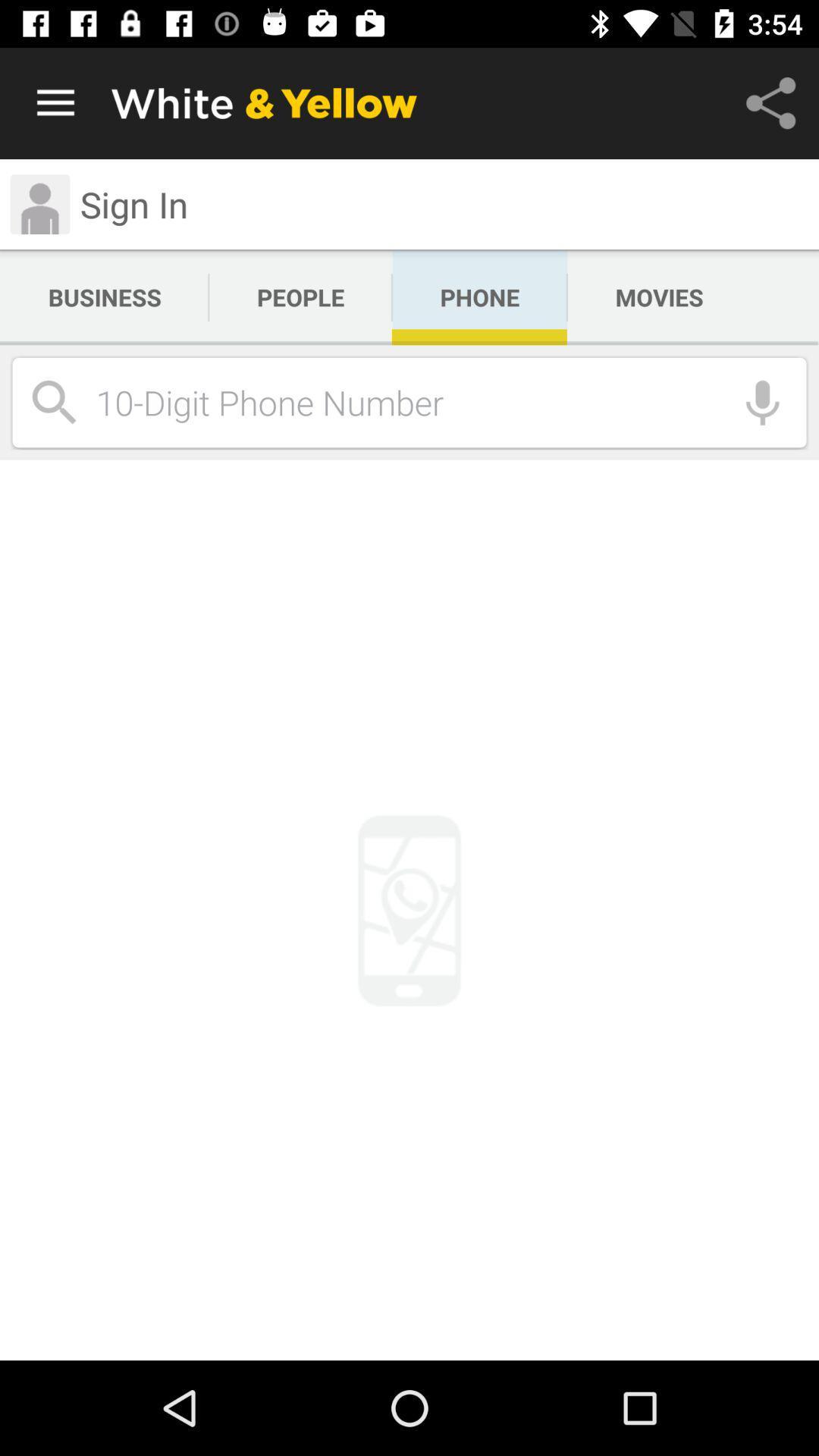 The image size is (819, 1456). Describe the element at coordinates (658, 297) in the screenshot. I see `movies` at that location.